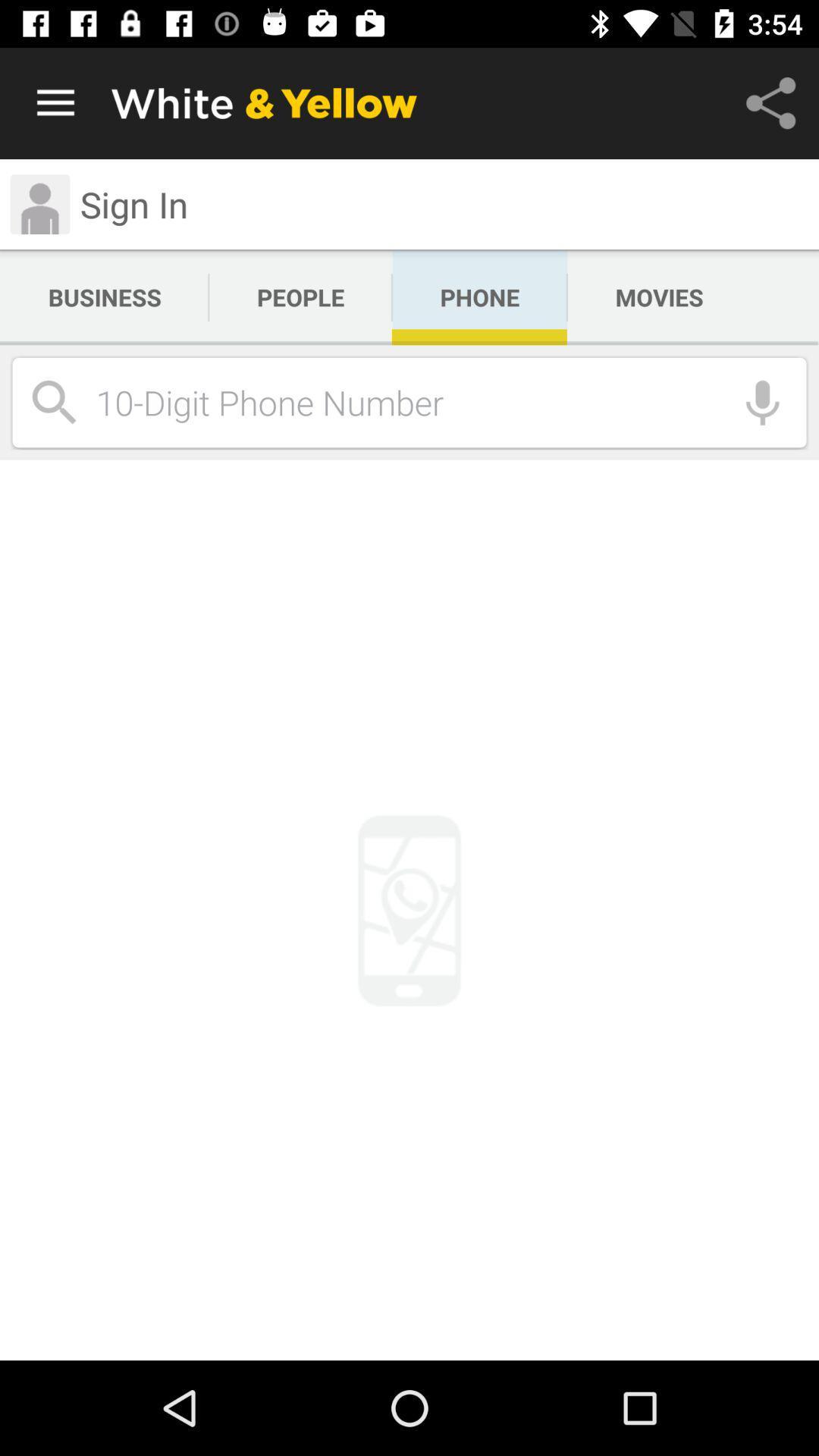 The image size is (819, 1456). Describe the element at coordinates (658, 297) in the screenshot. I see `movies` at that location.